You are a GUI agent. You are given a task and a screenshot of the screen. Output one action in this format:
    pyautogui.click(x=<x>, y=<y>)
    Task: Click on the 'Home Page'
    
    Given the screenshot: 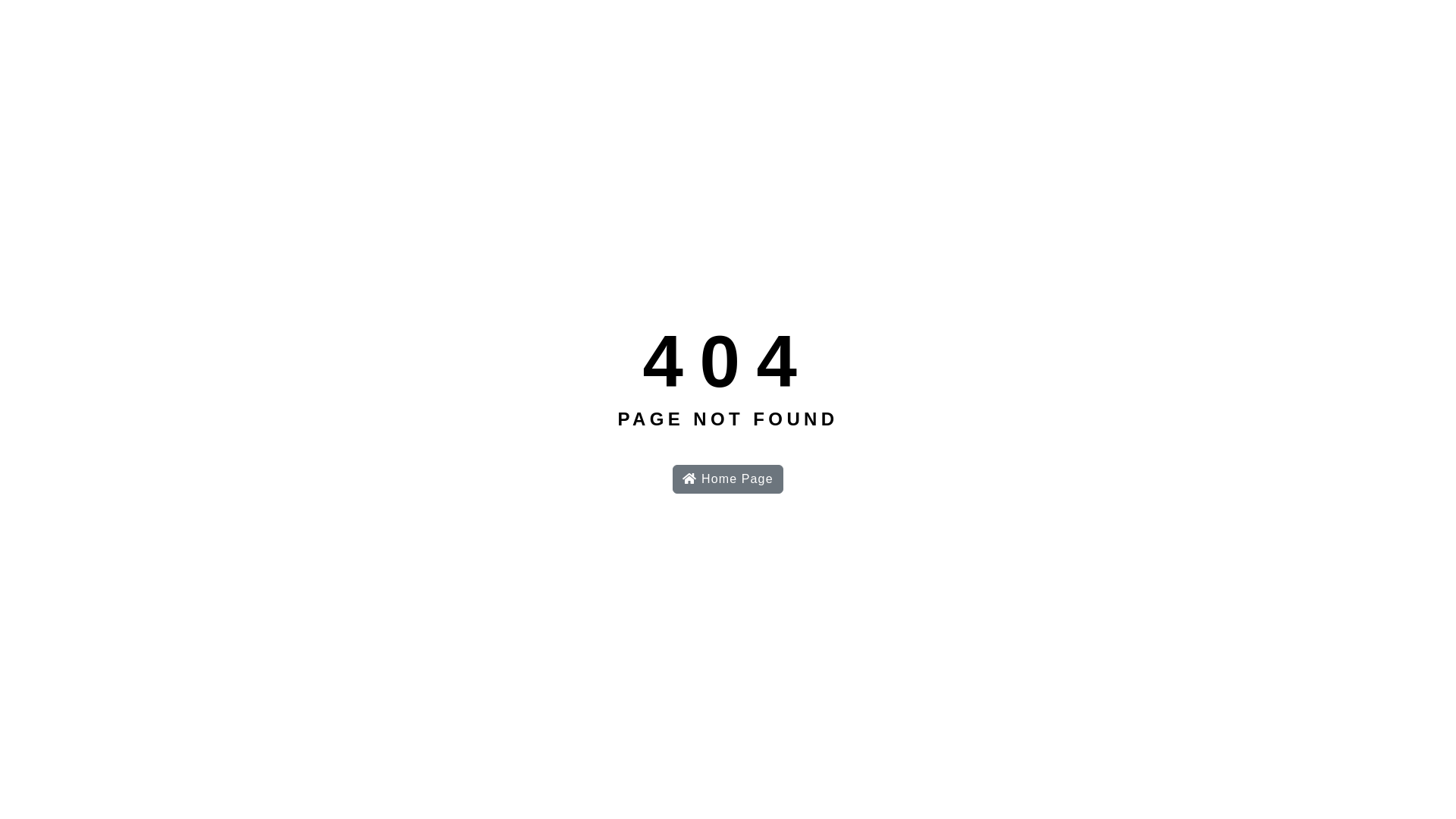 What is the action you would take?
    pyautogui.click(x=672, y=479)
    